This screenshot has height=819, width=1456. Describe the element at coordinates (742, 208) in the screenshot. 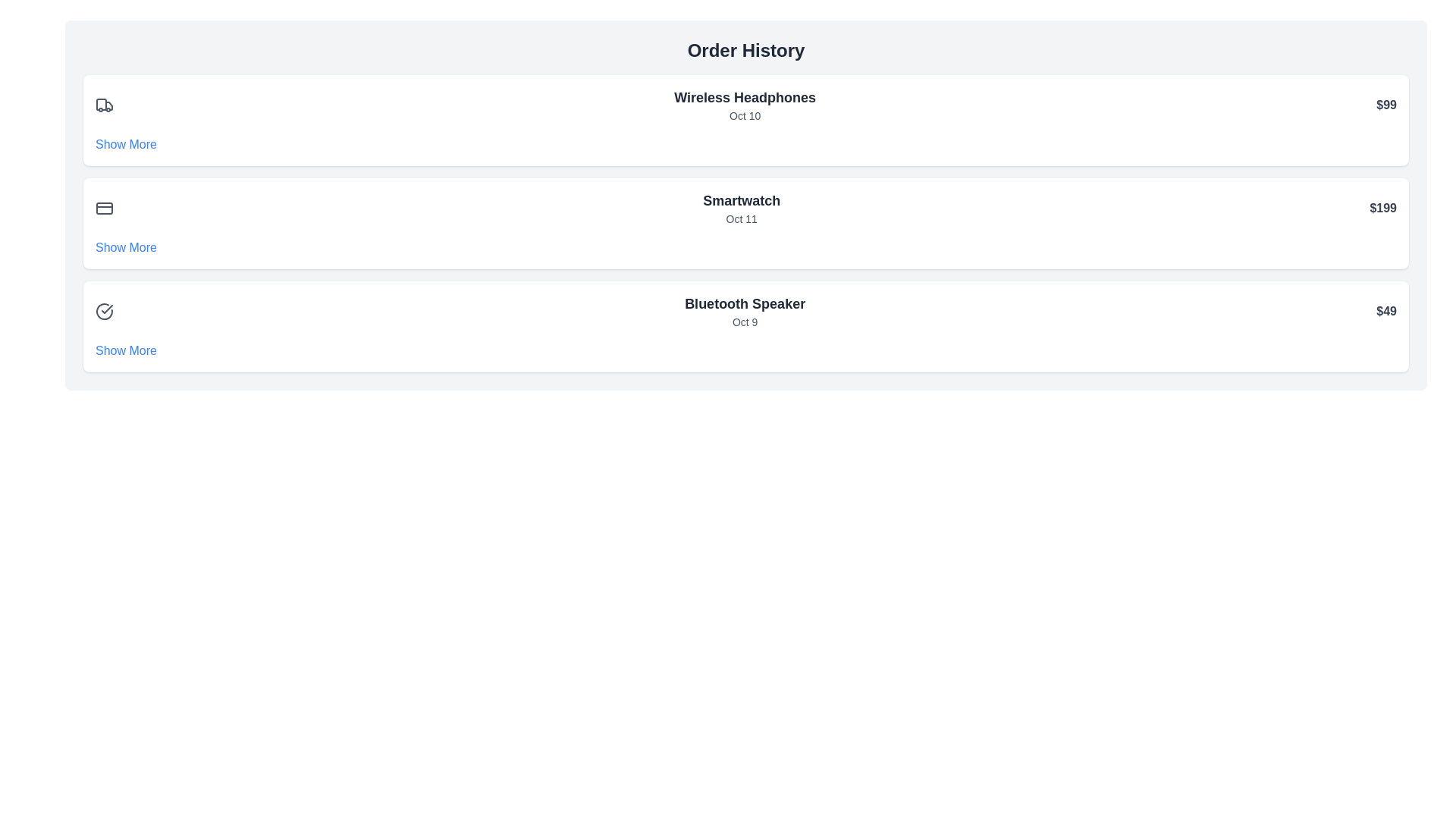

I see `the text label displaying 'Smartwatch' in bold, large font, which is centrally located in the product description section` at that location.